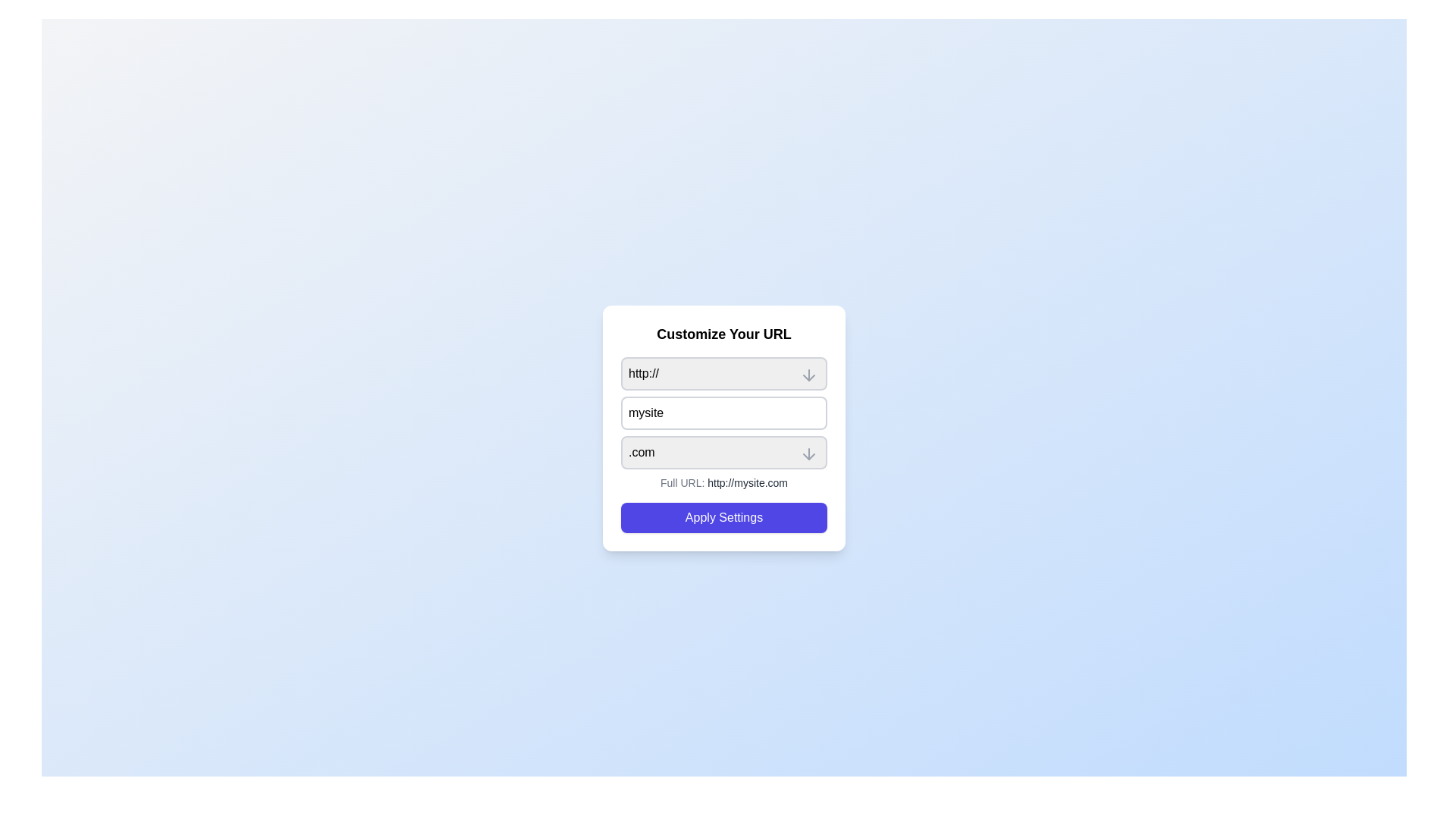 The width and height of the screenshot is (1456, 819). What do you see at coordinates (723, 428) in the screenshot?
I see `the text input field located in the center of the layout, which allows the user to input or modify the main part of a URL, to focus on it` at bounding box center [723, 428].